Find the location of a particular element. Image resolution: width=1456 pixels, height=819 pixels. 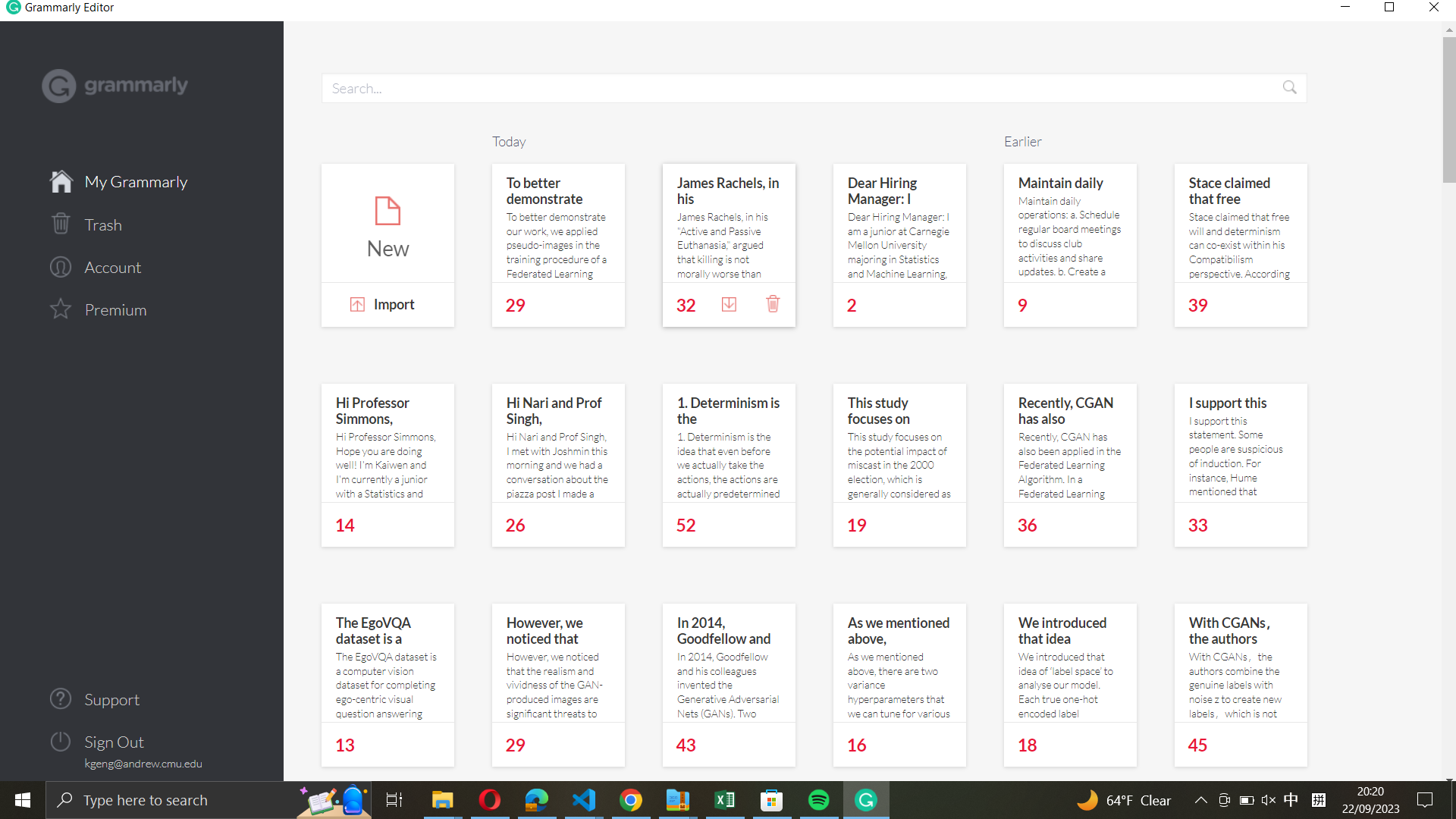

Scroll down to view more notes is located at coordinates (861, 446).